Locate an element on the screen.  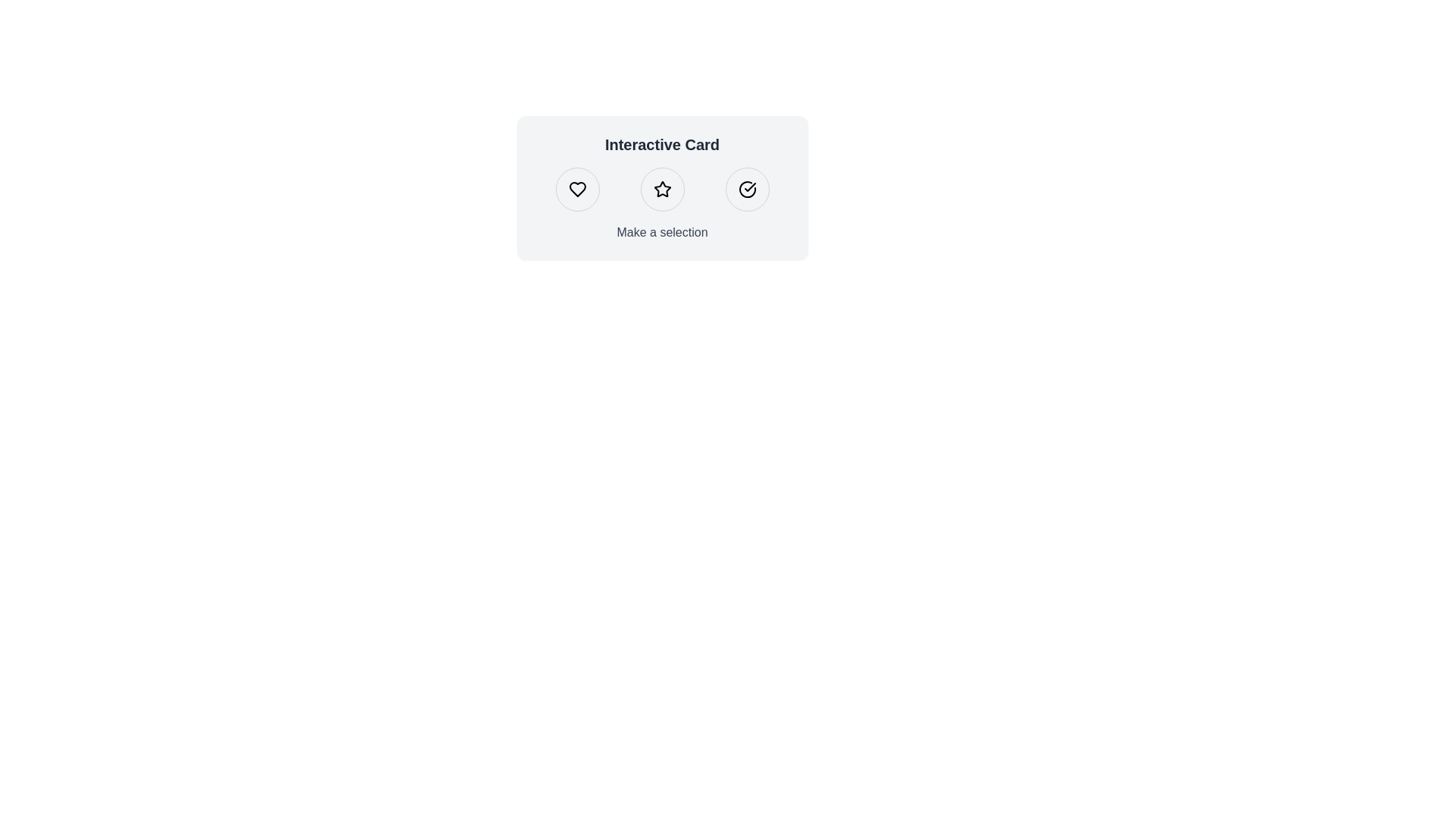
the leftmost circular button intended for favorite or like interaction is located at coordinates (576, 189).